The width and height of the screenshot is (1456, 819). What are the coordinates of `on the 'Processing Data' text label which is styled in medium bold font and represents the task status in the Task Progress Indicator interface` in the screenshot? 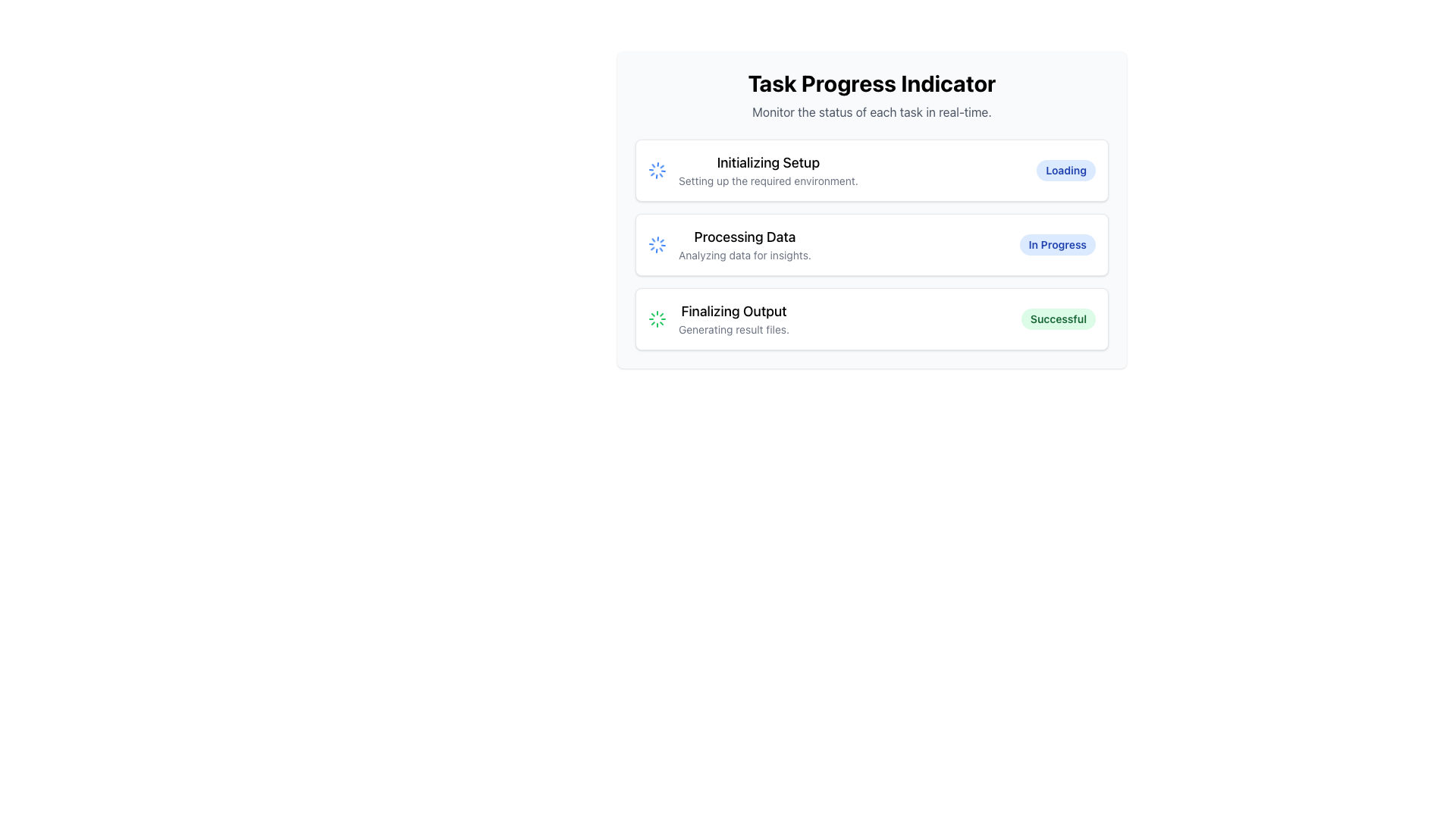 It's located at (745, 237).